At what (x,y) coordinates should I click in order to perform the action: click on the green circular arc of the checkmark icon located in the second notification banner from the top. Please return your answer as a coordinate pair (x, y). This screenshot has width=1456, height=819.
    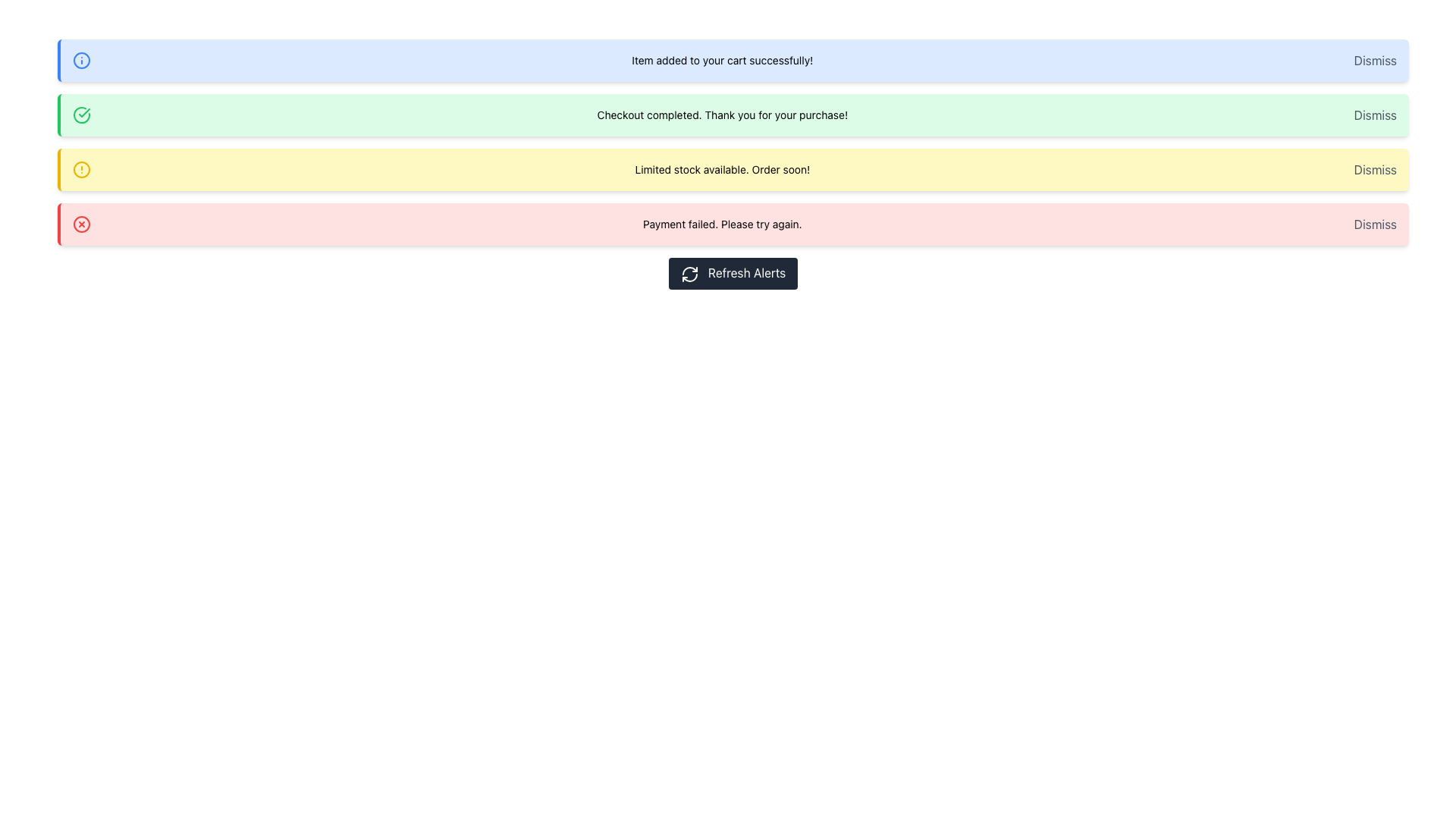
    Looking at the image, I should click on (81, 114).